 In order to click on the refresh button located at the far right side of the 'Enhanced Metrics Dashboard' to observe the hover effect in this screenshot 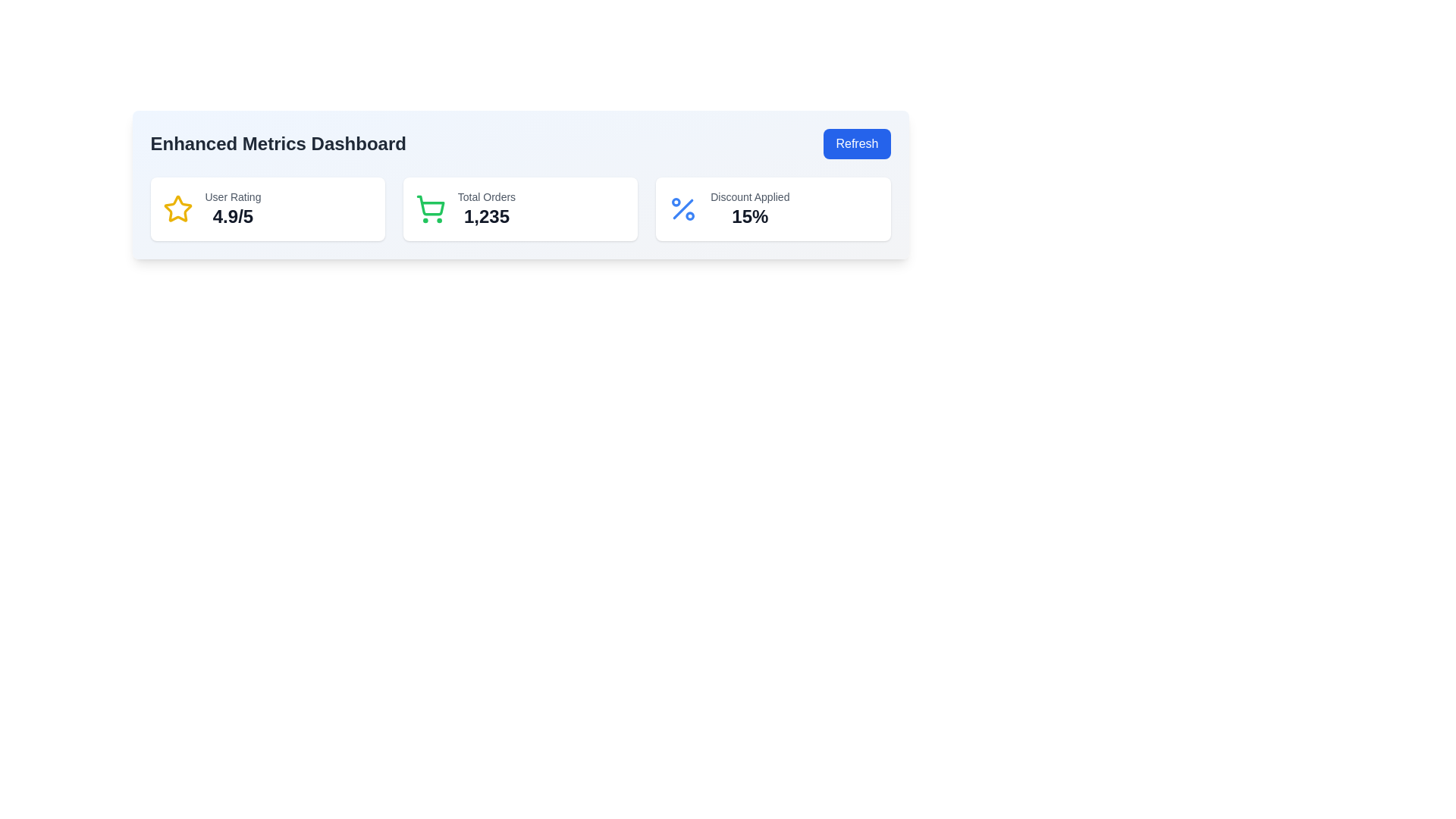, I will do `click(857, 143)`.